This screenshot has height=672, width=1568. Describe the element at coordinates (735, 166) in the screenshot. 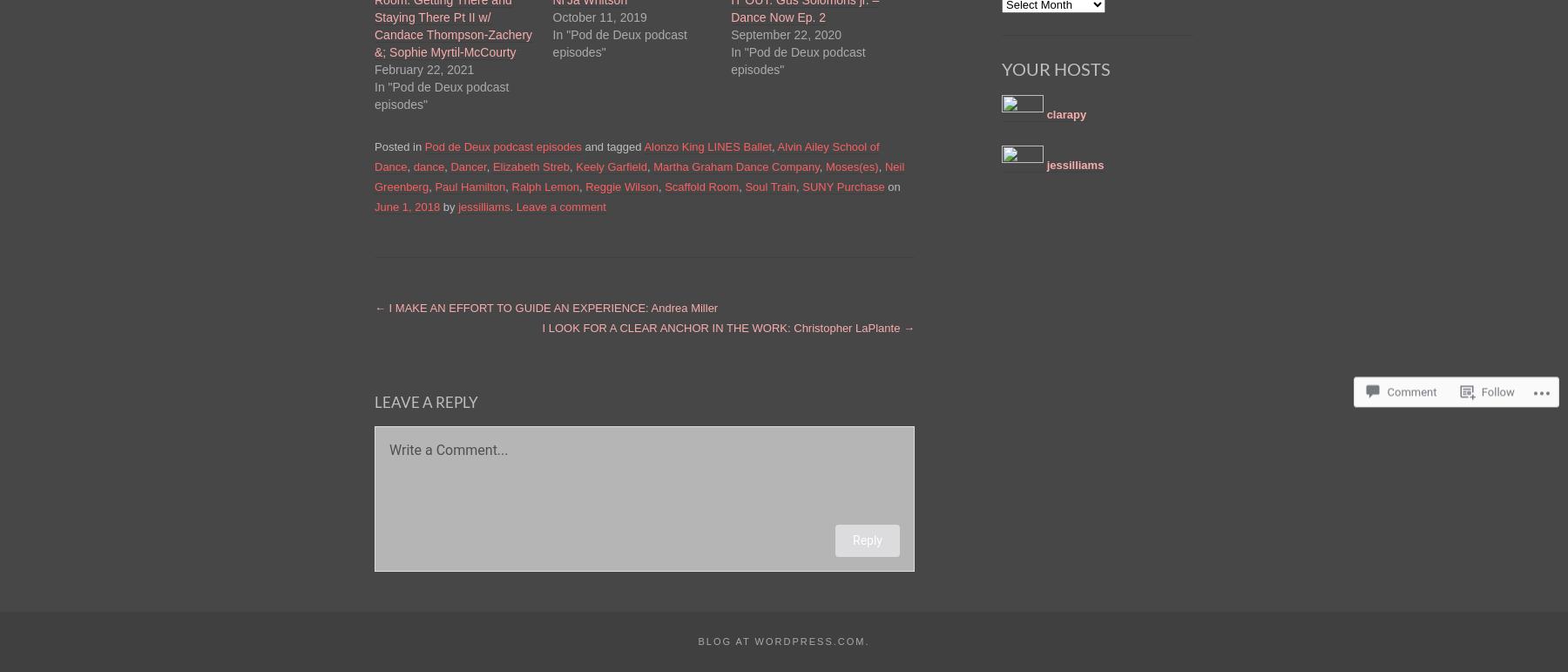

I see `'Martha Graham Dance Company'` at that location.